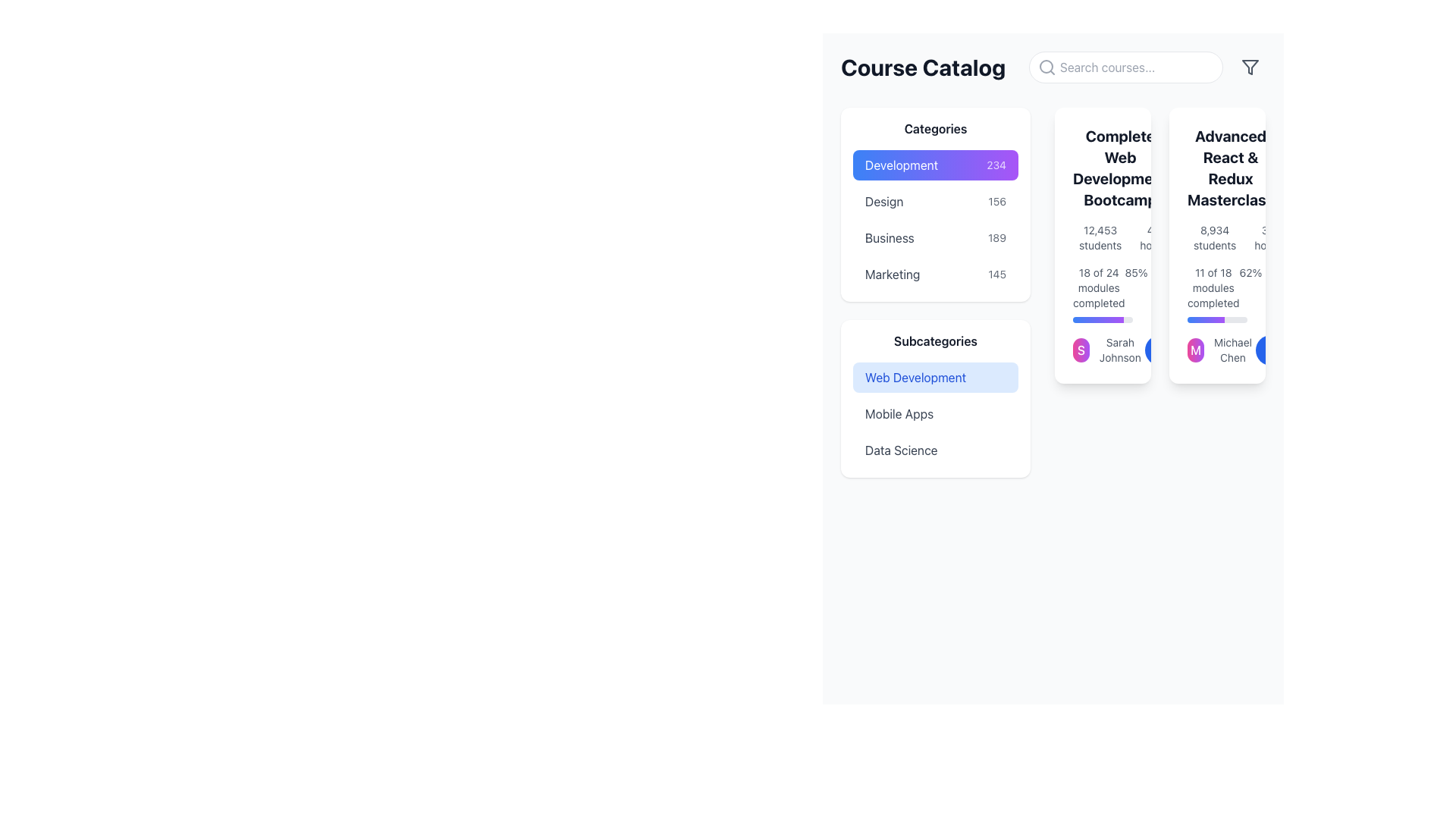 The width and height of the screenshot is (1456, 819). I want to click on the progress bar that represents the completion progress of the 'Complete Web Development Bootcamp' course located in the 'Course Catalog' section, below the text '18 of 24 modules completed' and '85%', so click(1103, 318).